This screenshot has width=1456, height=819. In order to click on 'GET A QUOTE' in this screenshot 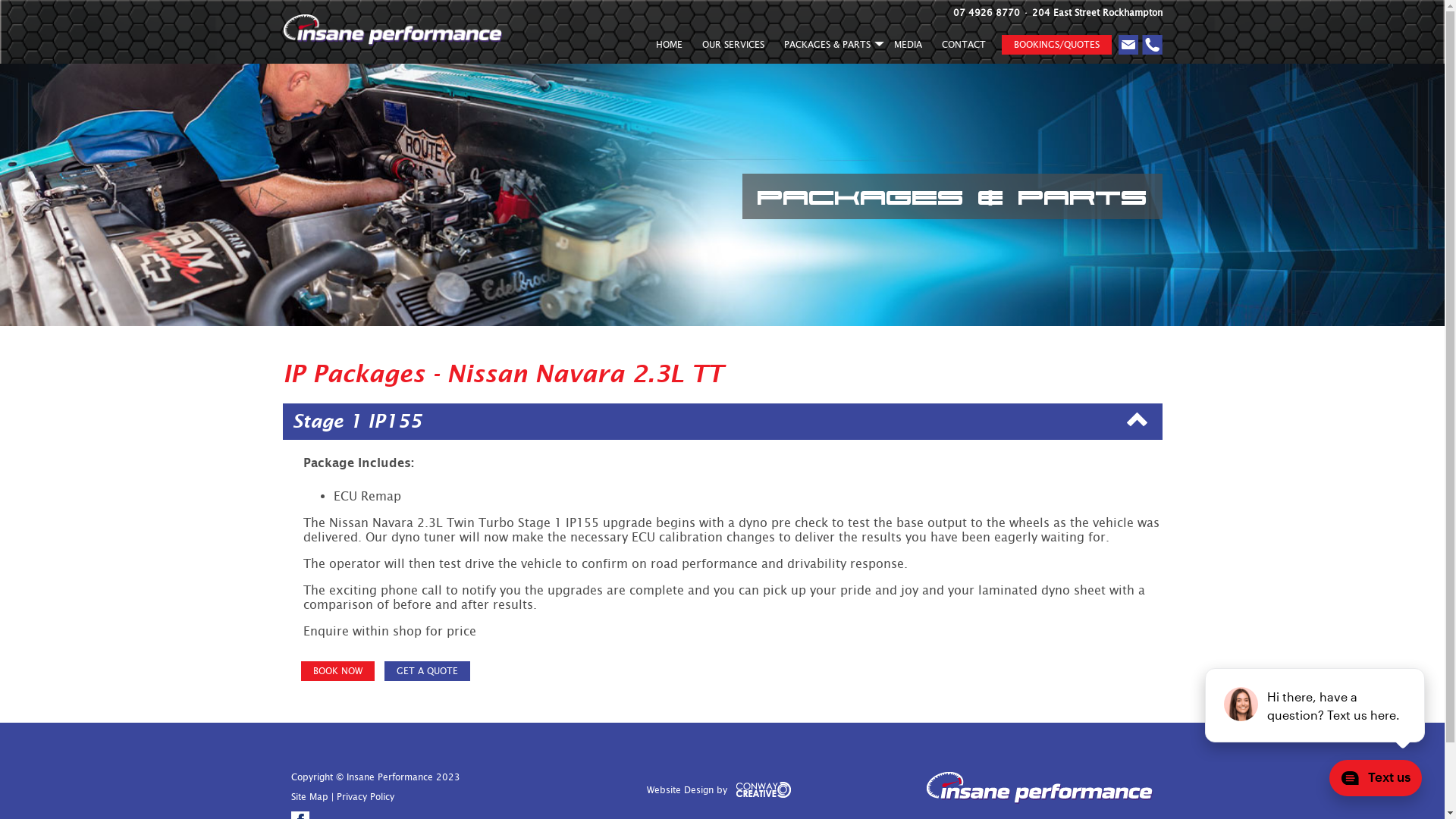, I will do `click(425, 670)`.